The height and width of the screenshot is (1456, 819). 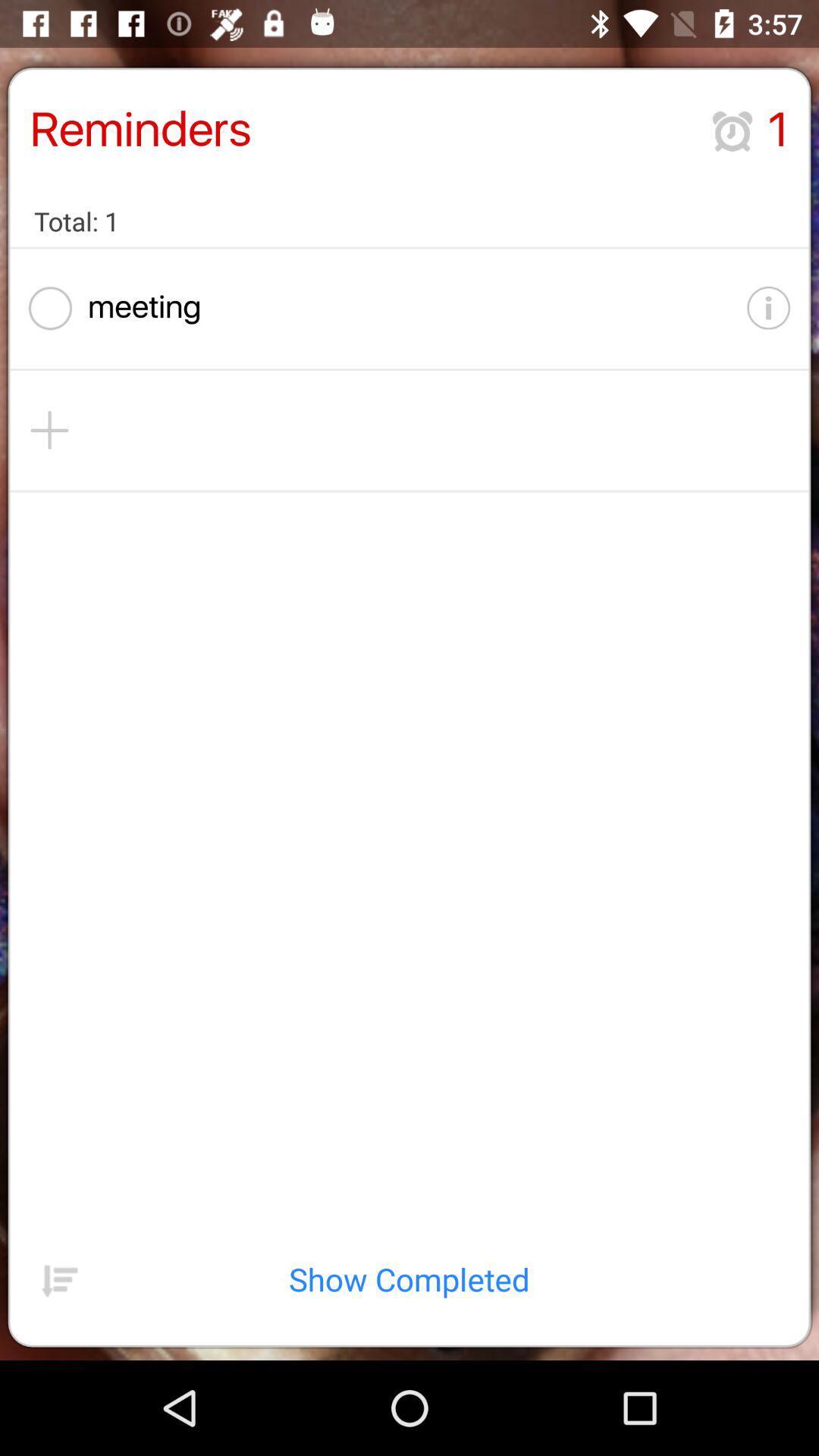 What do you see at coordinates (731, 131) in the screenshot?
I see `clock icon` at bounding box center [731, 131].